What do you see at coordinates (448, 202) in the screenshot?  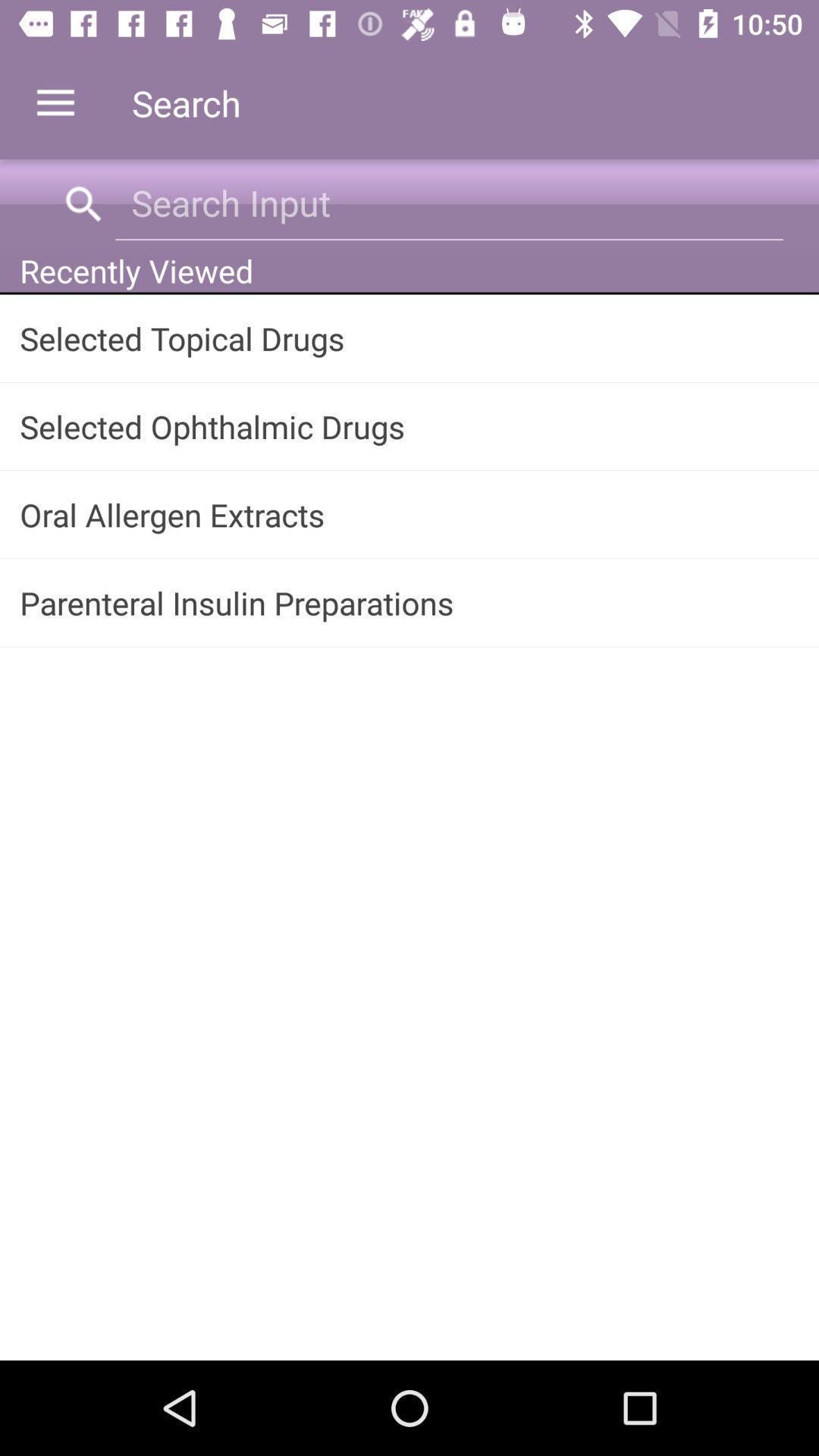 I see `the keyword` at bounding box center [448, 202].